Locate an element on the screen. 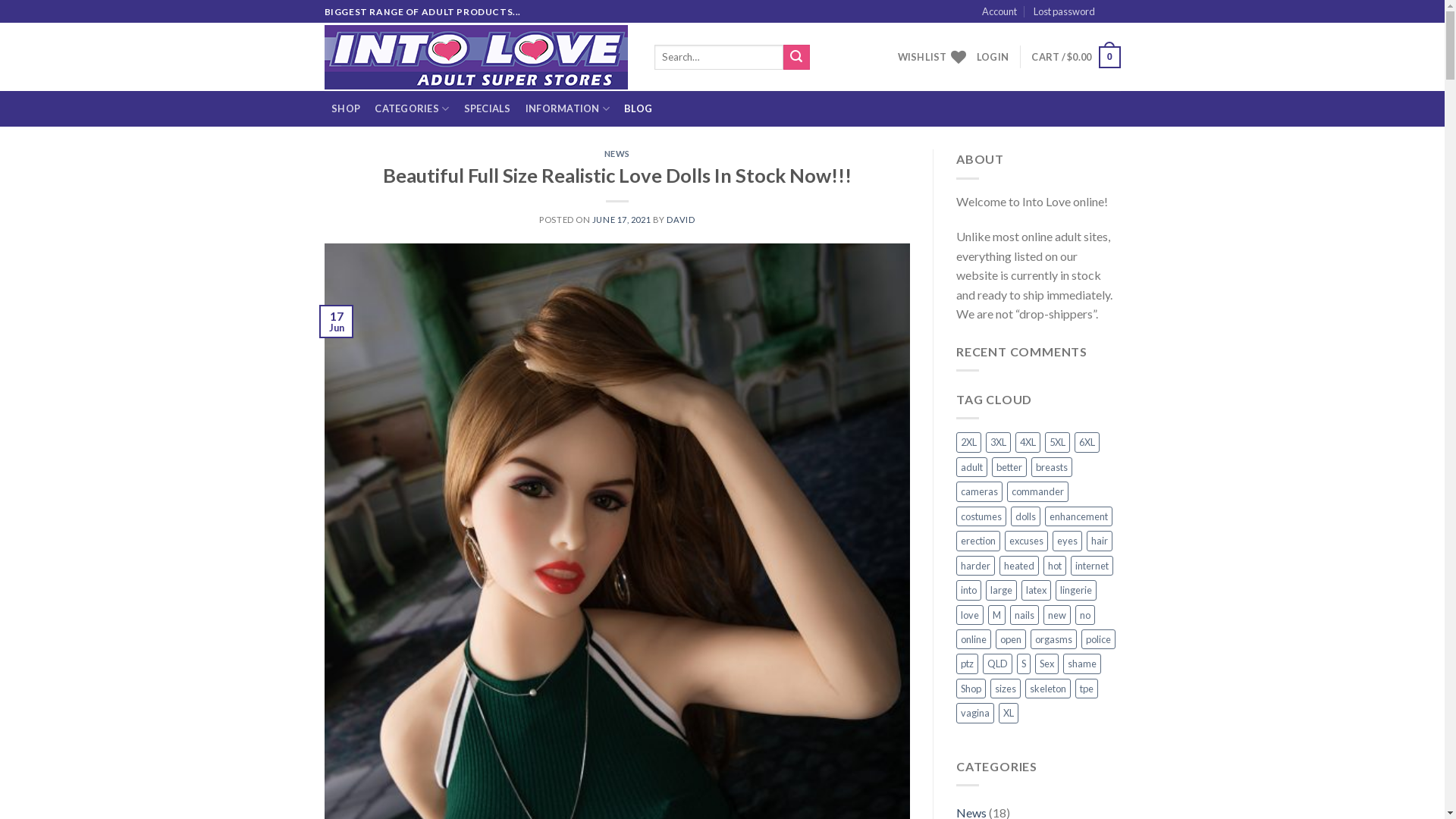 This screenshot has height=819, width=1456. 'cameras' is located at coordinates (979, 491).